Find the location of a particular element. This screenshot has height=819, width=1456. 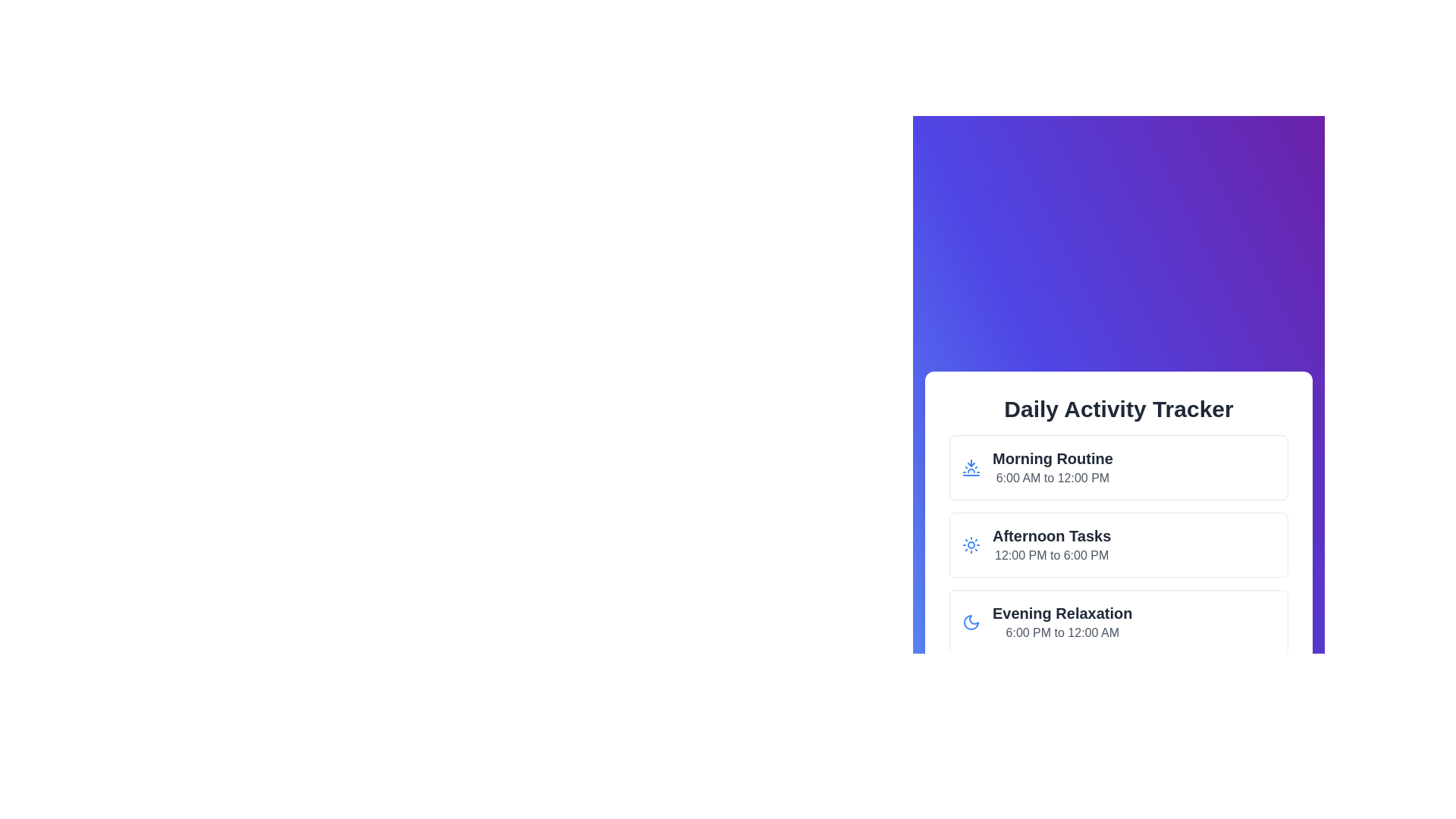

the 'Morning Routine' informational text element, which features a bold title and a subtitle within a card layout is located at coordinates (1052, 467).